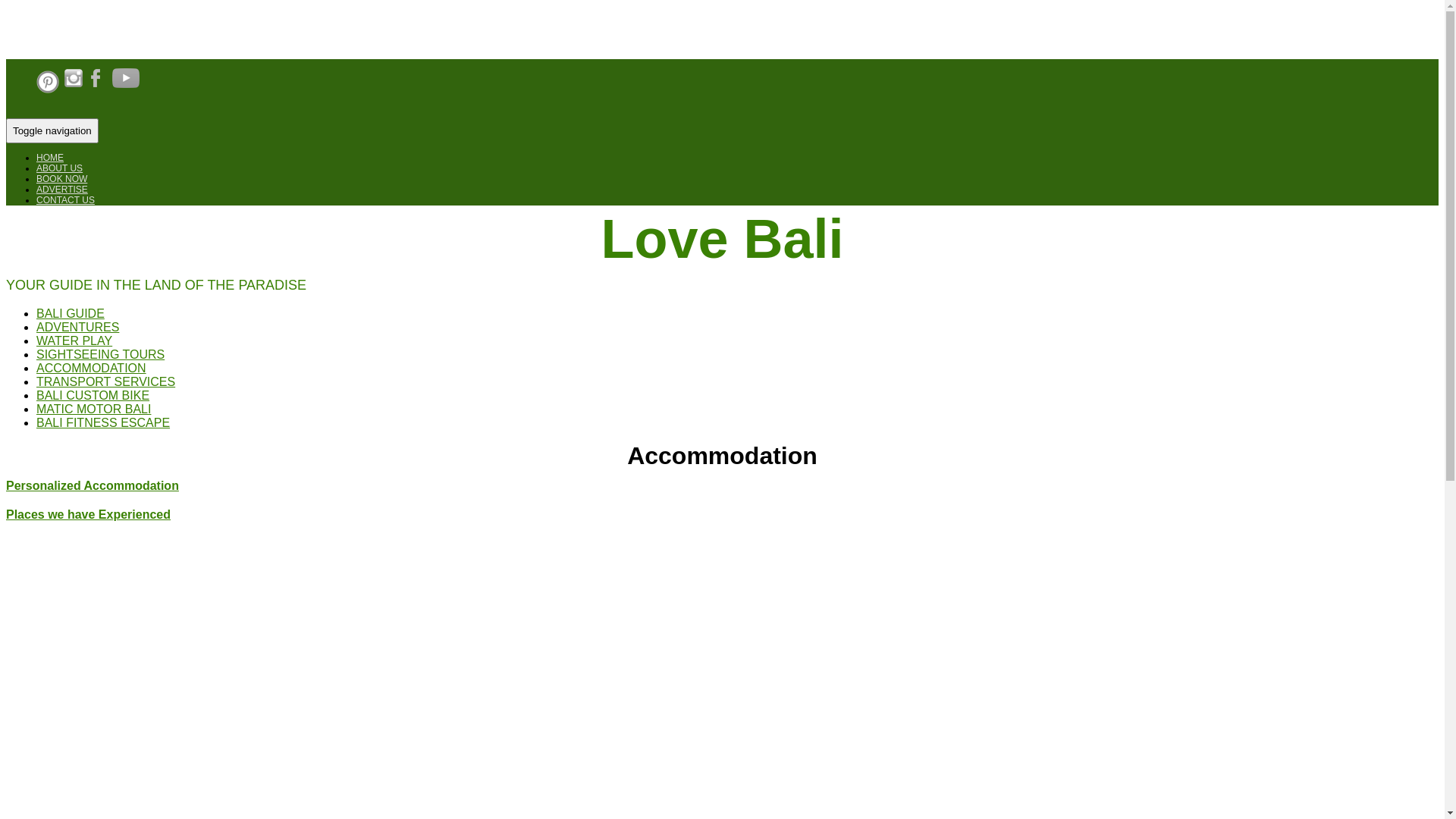 Image resolution: width=1456 pixels, height=819 pixels. What do you see at coordinates (47, 90) in the screenshot?
I see `'Open Pinterest'` at bounding box center [47, 90].